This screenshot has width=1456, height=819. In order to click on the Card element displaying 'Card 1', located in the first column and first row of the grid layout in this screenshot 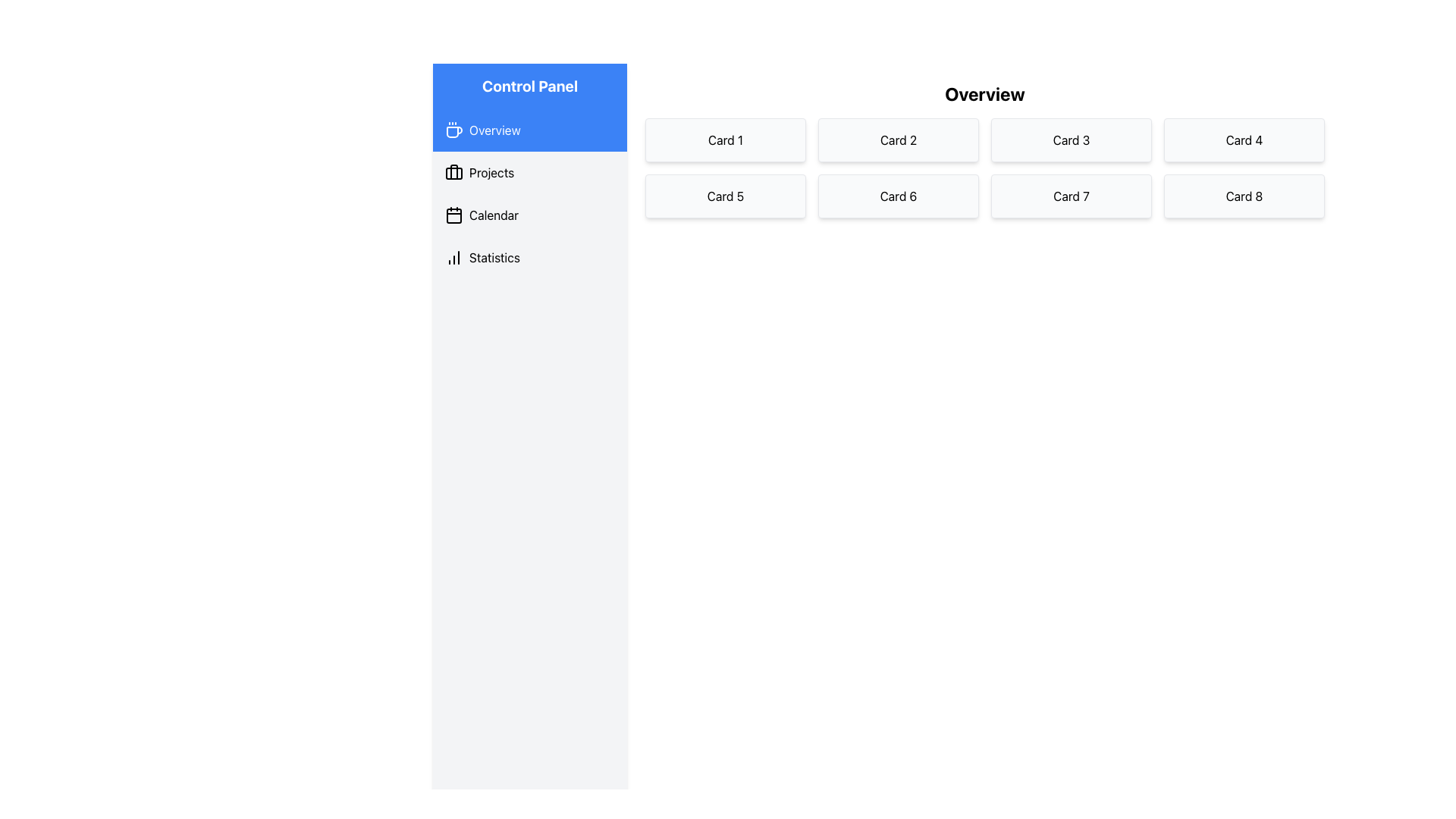, I will do `click(724, 140)`.